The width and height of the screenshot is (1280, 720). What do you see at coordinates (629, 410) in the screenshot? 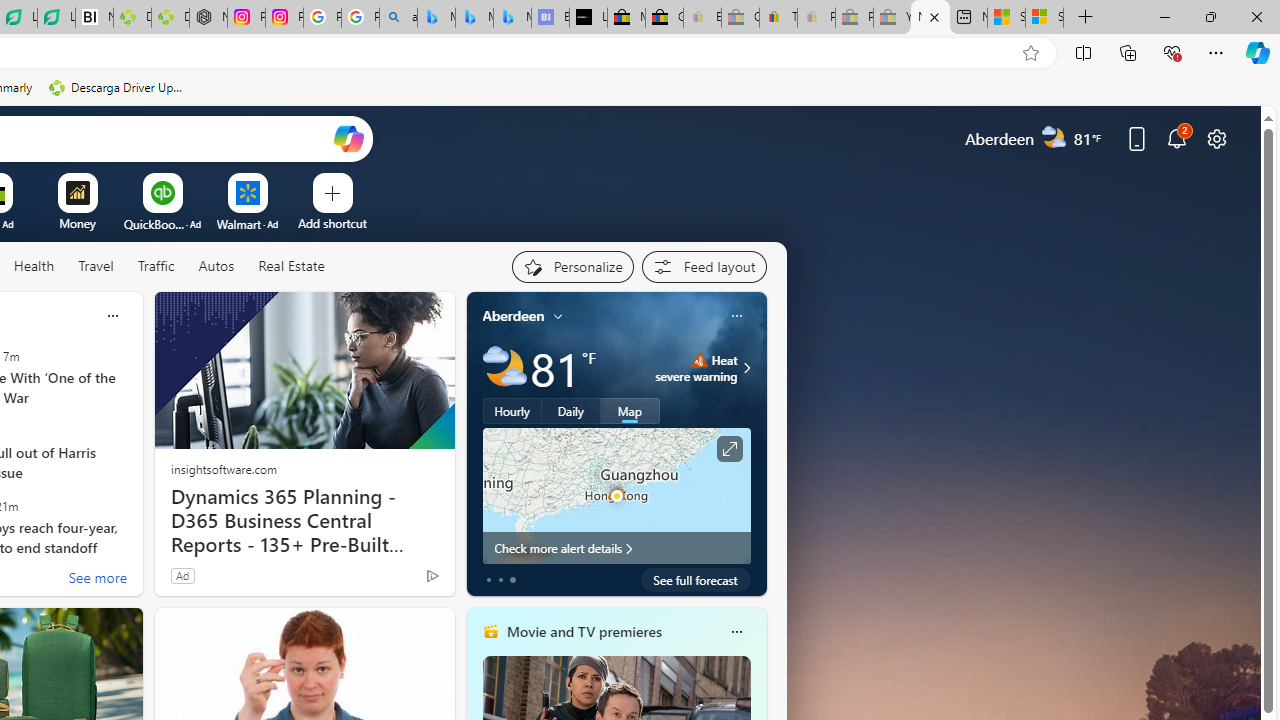
I see `'Map'` at bounding box center [629, 410].